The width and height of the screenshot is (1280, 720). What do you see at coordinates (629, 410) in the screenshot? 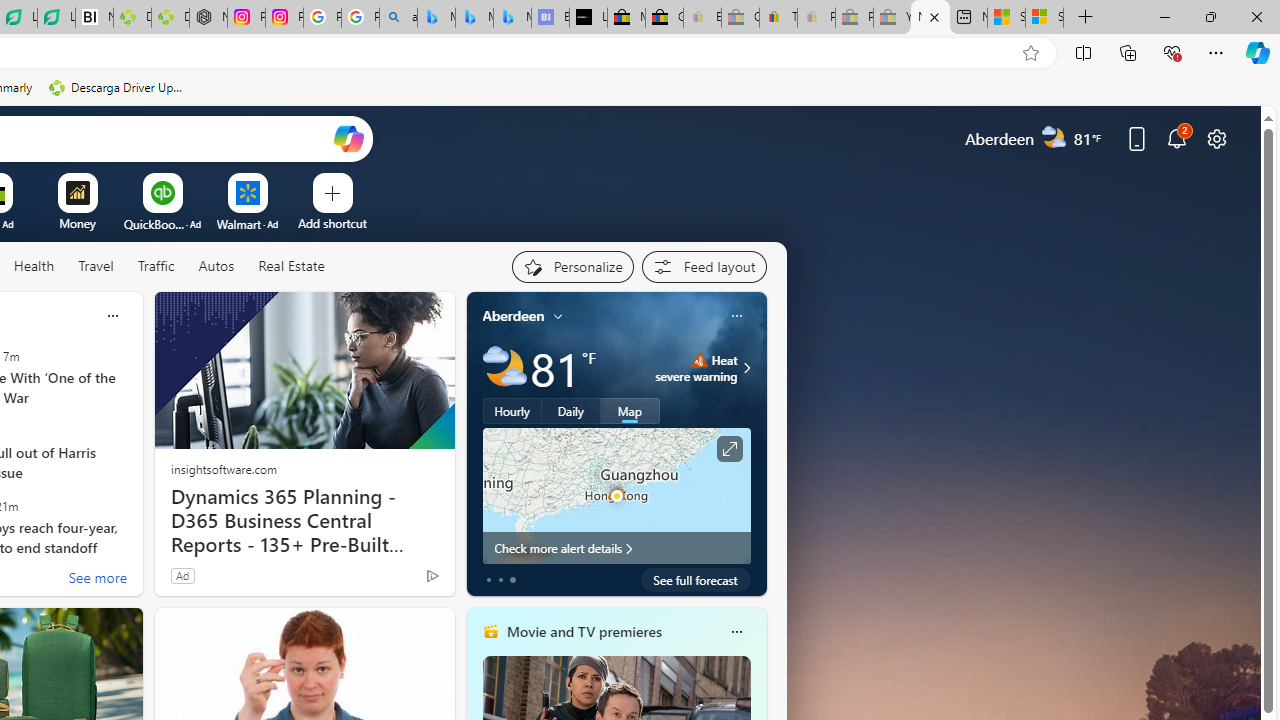
I see `'Map'` at bounding box center [629, 410].